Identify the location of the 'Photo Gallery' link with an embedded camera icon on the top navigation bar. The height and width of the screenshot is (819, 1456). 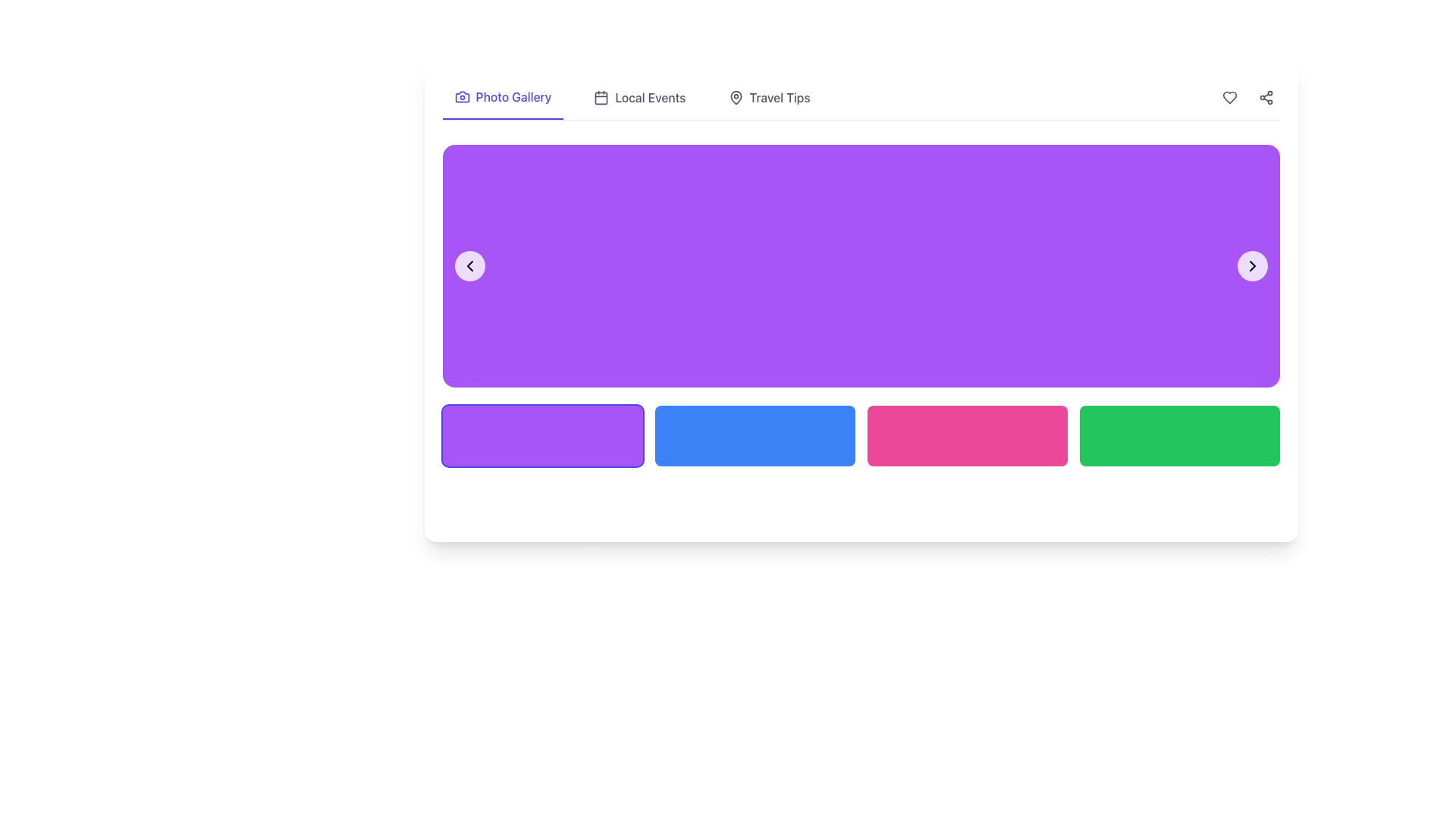
(502, 97).